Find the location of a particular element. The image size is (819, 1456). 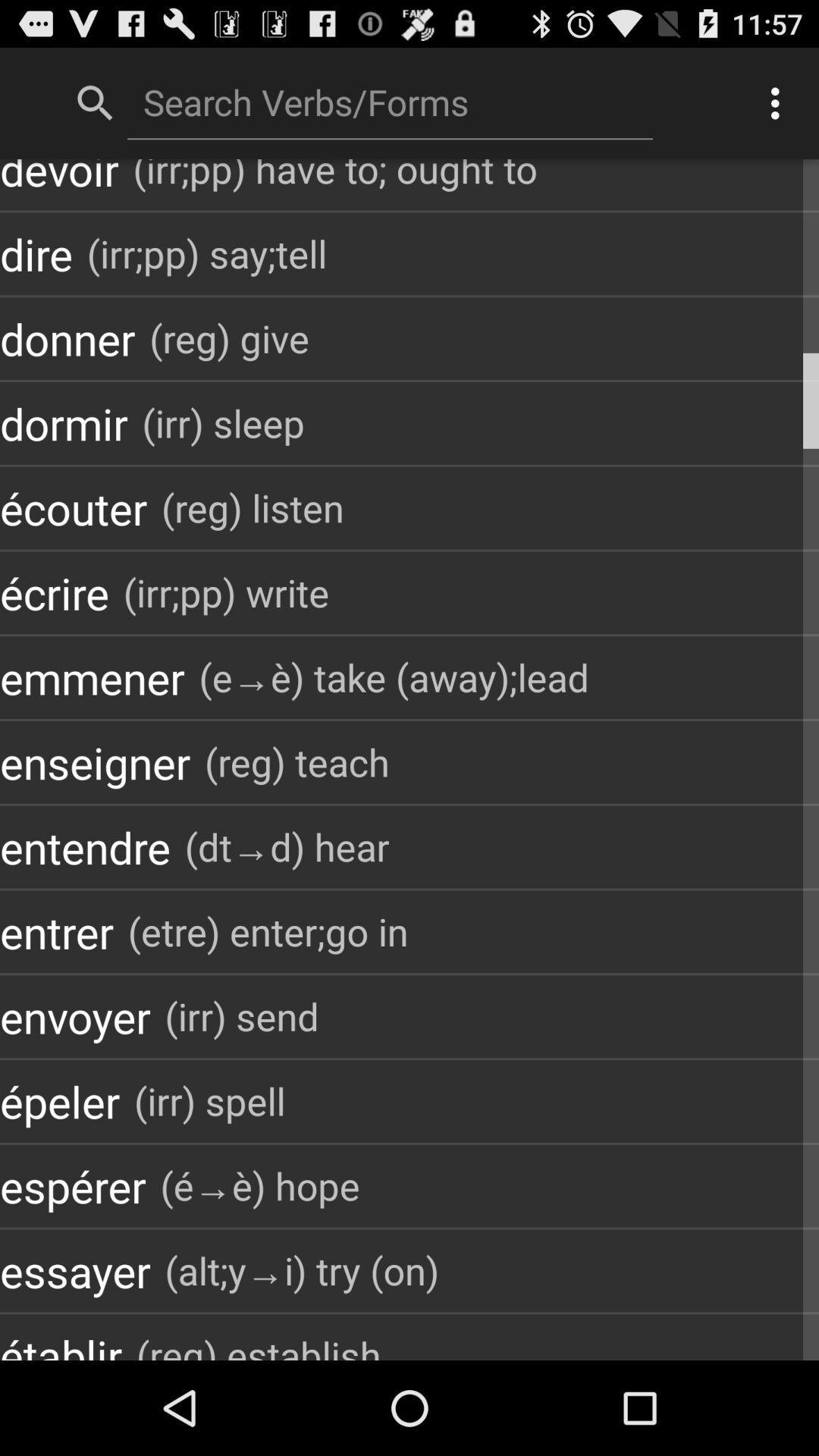

item next to the essayer app is located at coordinates (302, 1270).